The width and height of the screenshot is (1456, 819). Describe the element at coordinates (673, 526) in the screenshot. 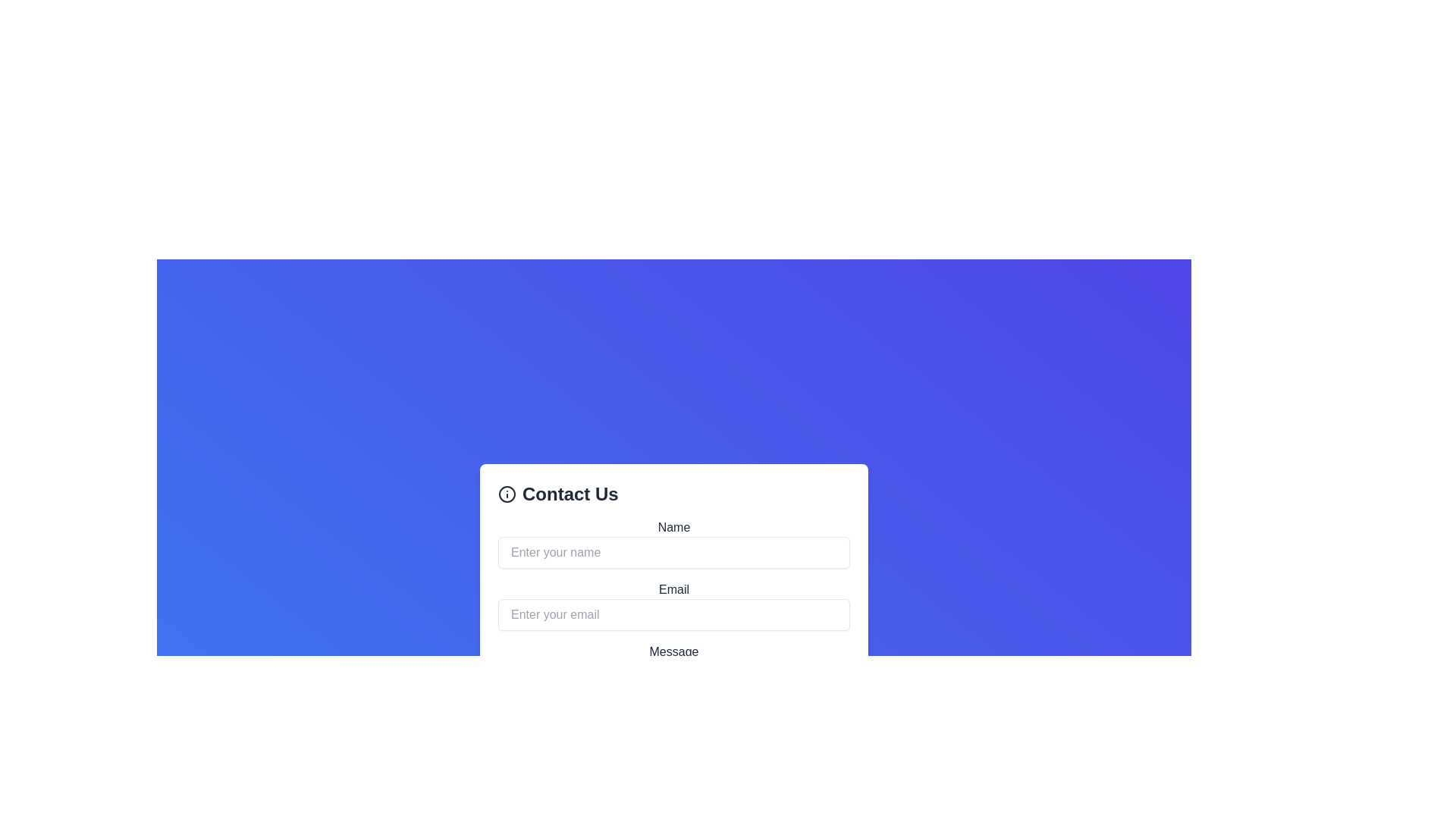

I see `text of the 'Name' label, which is styled with a sans-serif font and located above the input field in the modal` at that location.